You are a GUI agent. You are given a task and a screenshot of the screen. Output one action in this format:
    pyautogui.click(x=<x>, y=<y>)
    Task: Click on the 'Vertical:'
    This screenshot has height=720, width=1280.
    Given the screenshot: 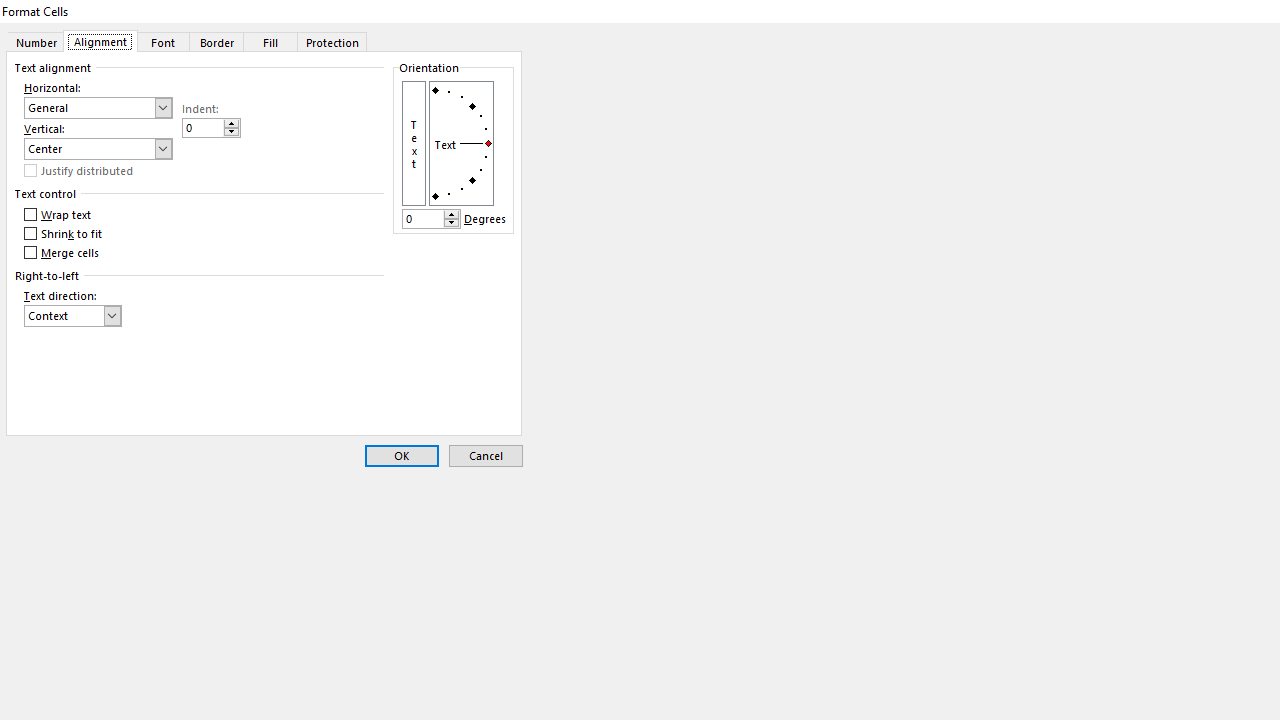 What is the action you would take?
    pyautogui.click(x=97, y=148)
    